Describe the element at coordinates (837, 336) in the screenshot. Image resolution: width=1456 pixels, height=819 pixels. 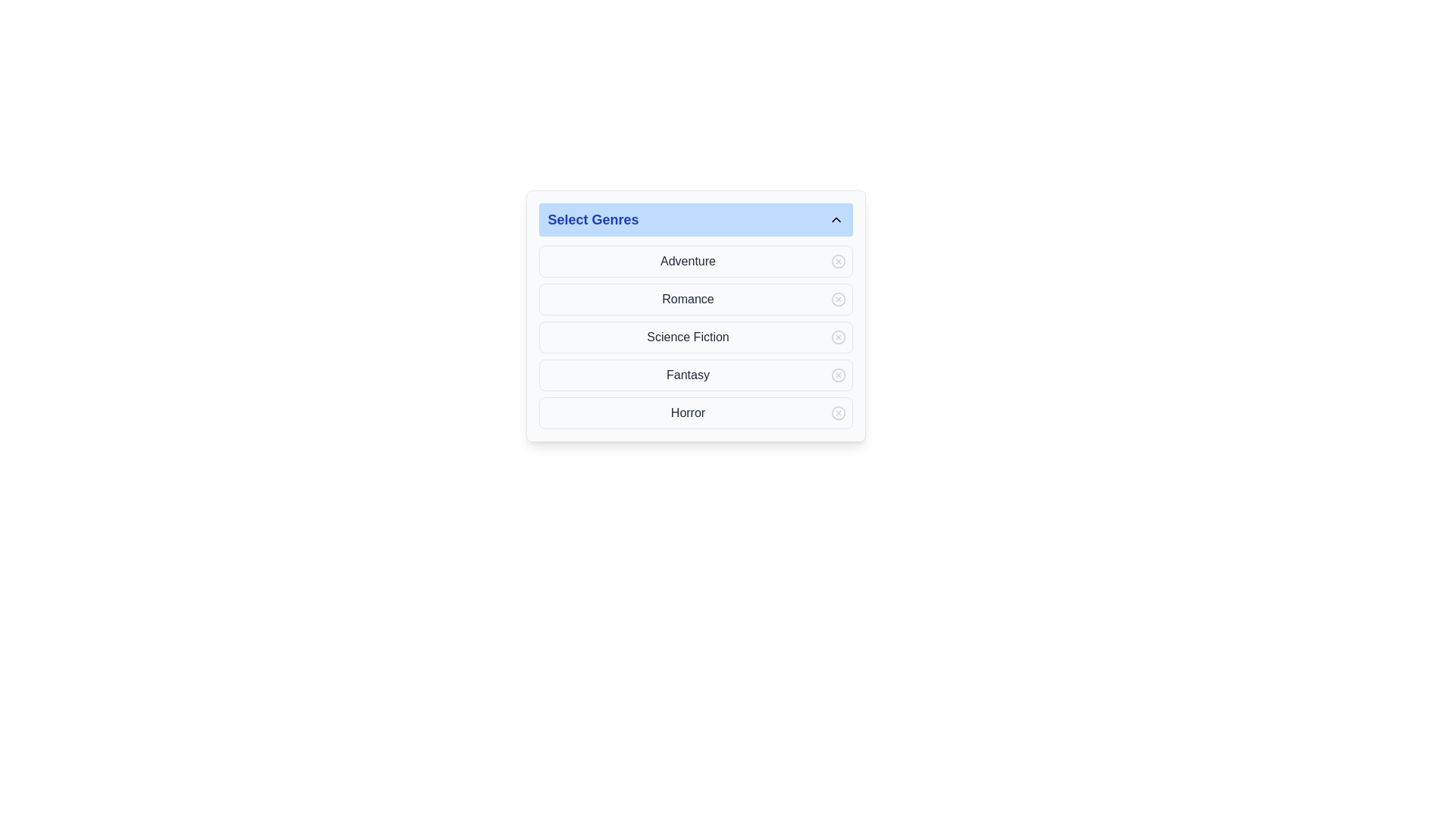
I see `the circular, light-gray button with a cross mark ('×') located to the right of the 'Science Fiction' text` at that location.